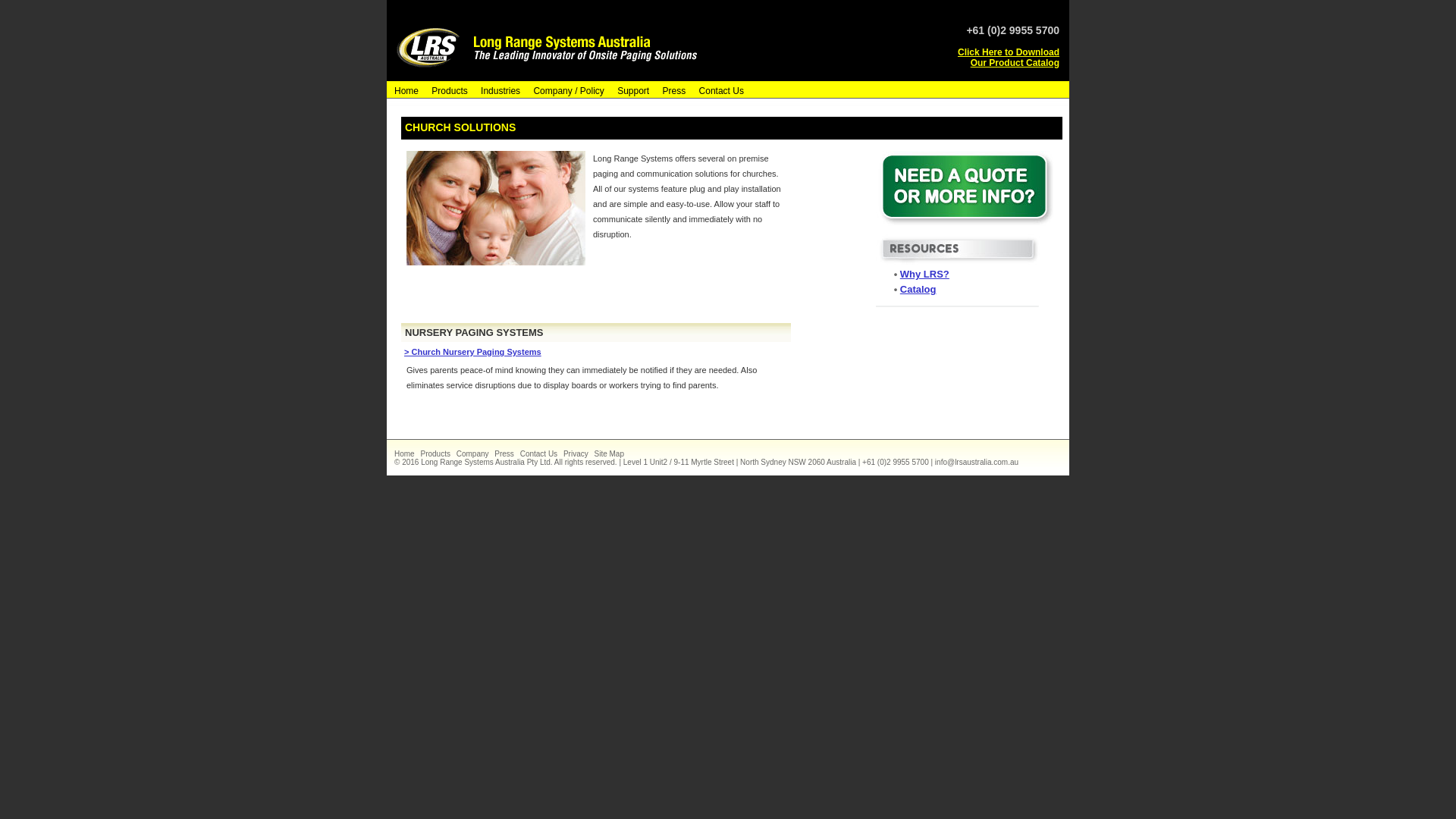  Describe the element at coordinates (924, 274) in the screenshot. I see `'Why LRS?'` at that location.